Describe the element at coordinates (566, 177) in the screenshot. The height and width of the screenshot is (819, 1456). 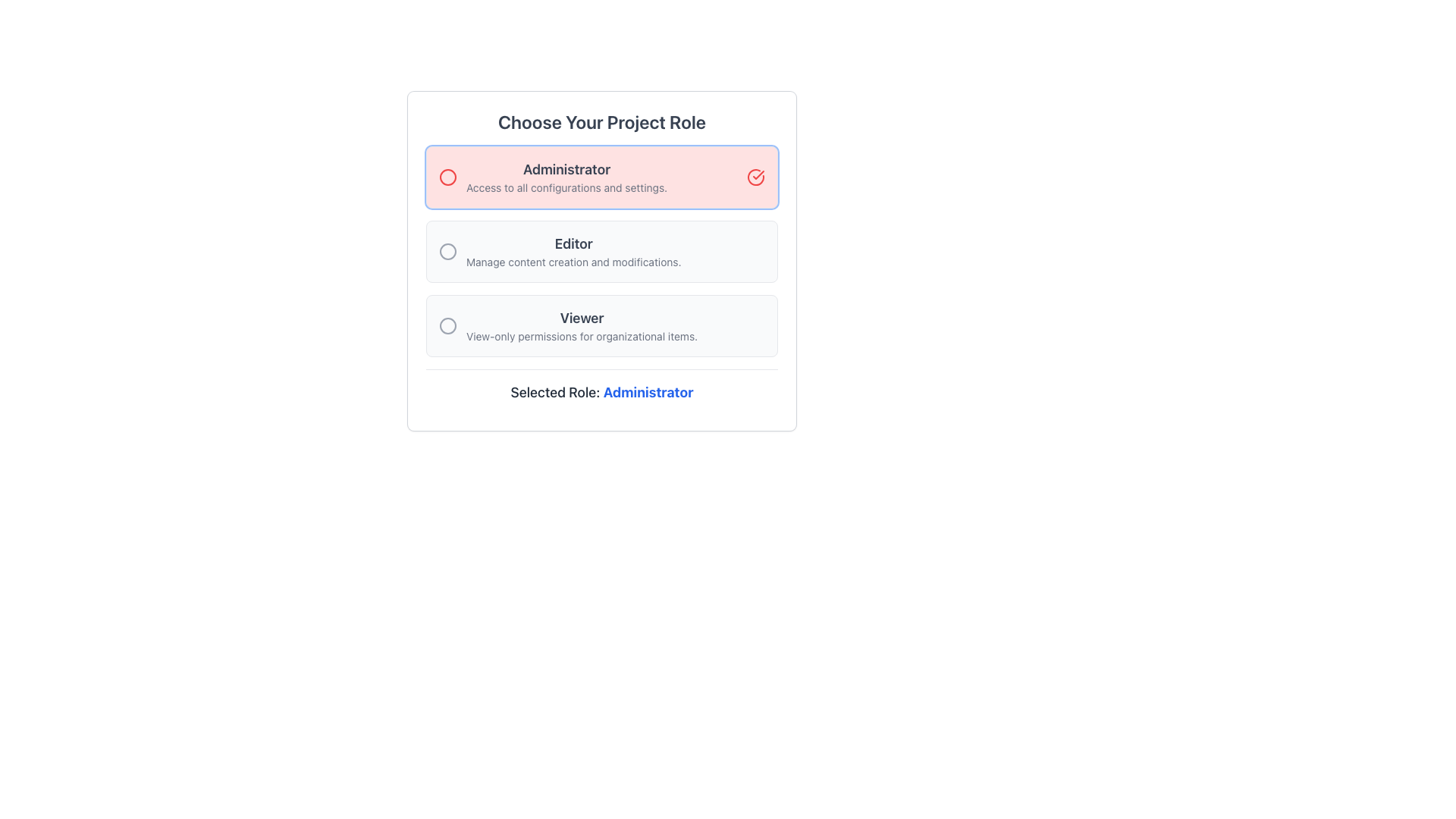
I see `to select the role 'Administrator' from the vertical list of selectable roles, which includes options like 'Editor' and 'Viewer'` at that location.